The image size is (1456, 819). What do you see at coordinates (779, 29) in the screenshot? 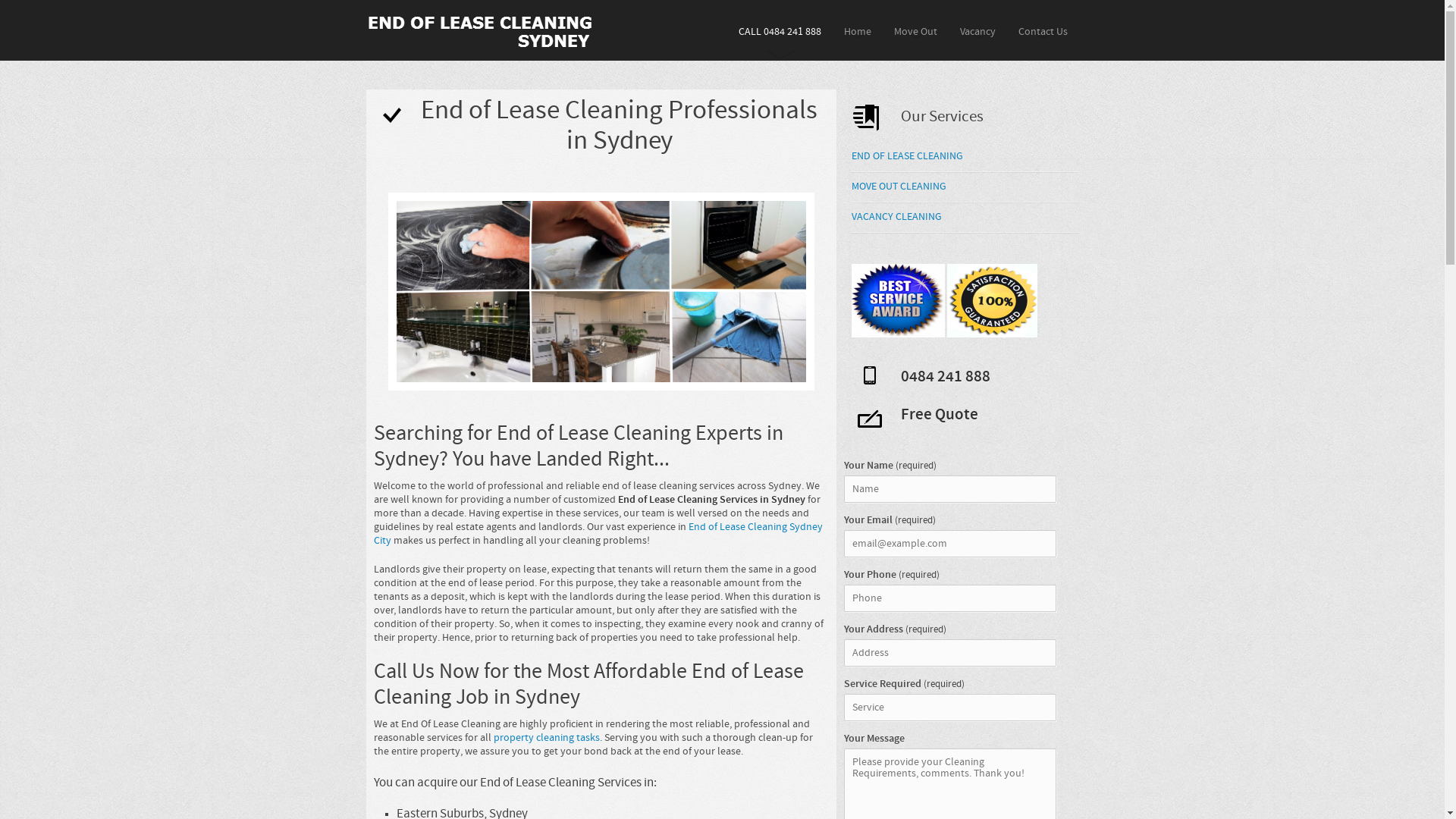
I see `'CALL 0484 241 888'` at bounding box center [779, 29].